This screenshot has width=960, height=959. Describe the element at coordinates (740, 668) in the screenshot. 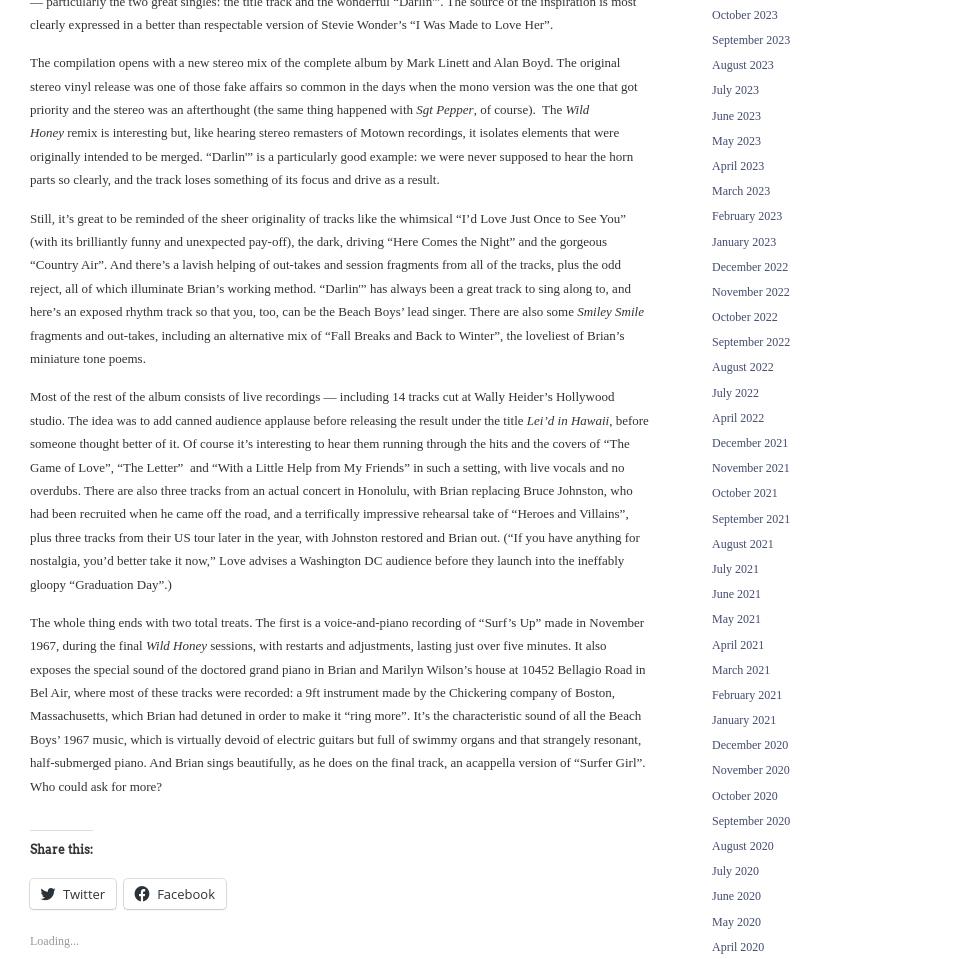

I see `'March 2021'` at that location.